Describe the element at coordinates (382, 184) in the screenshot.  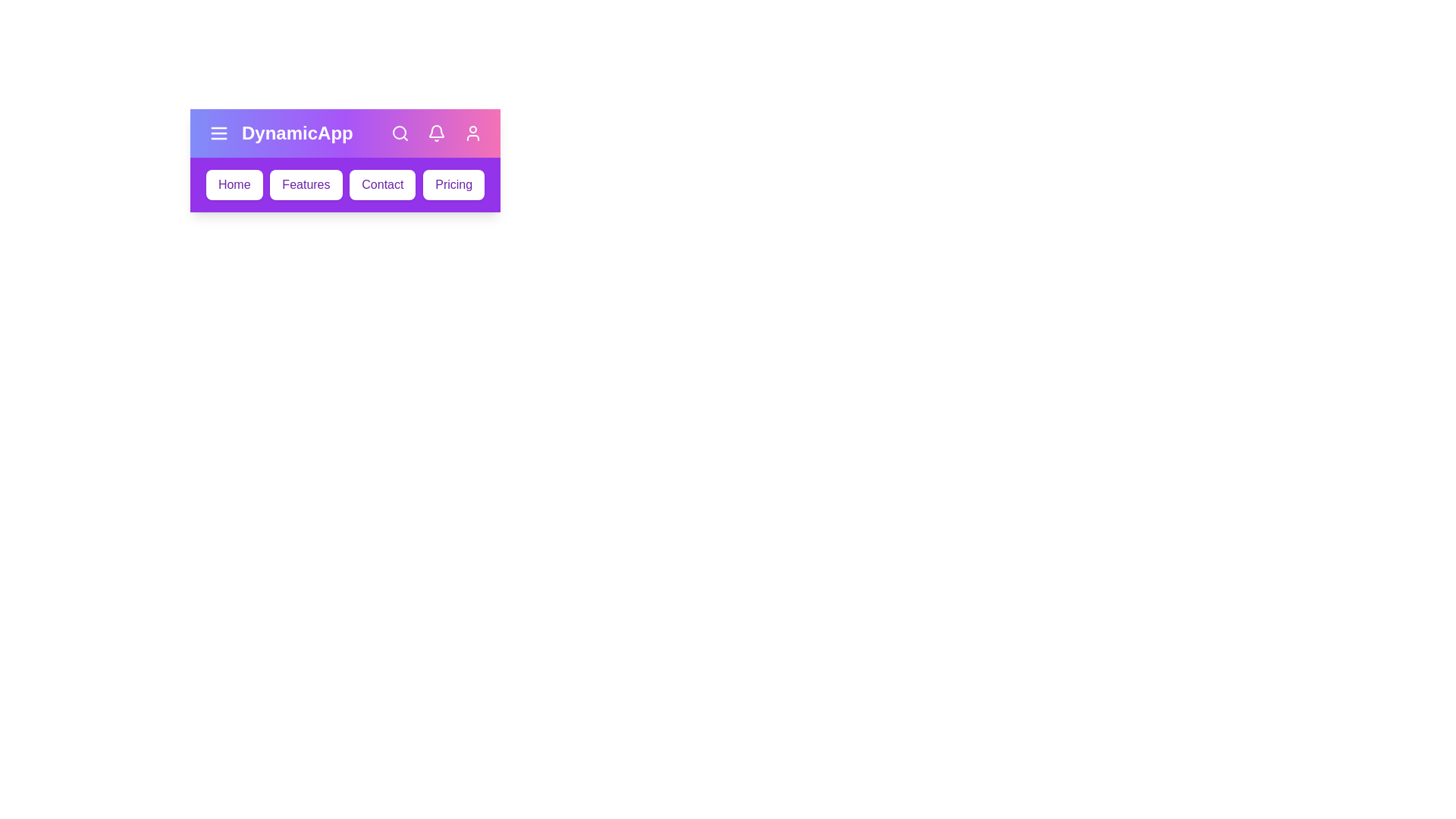
I see `the Contact tab to navigate to the corresponding section` at that location.